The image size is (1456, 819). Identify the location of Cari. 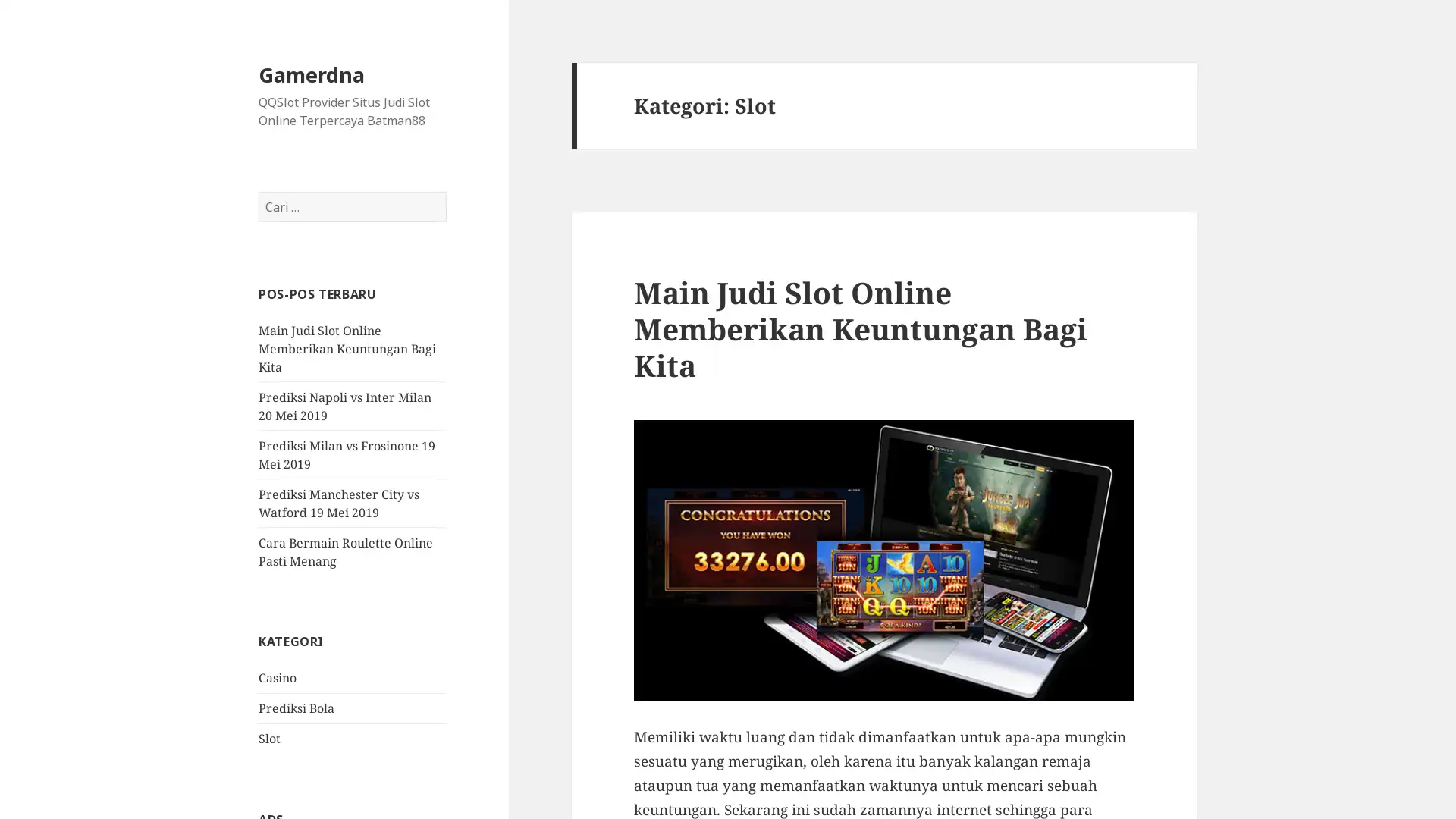
(445, 191).